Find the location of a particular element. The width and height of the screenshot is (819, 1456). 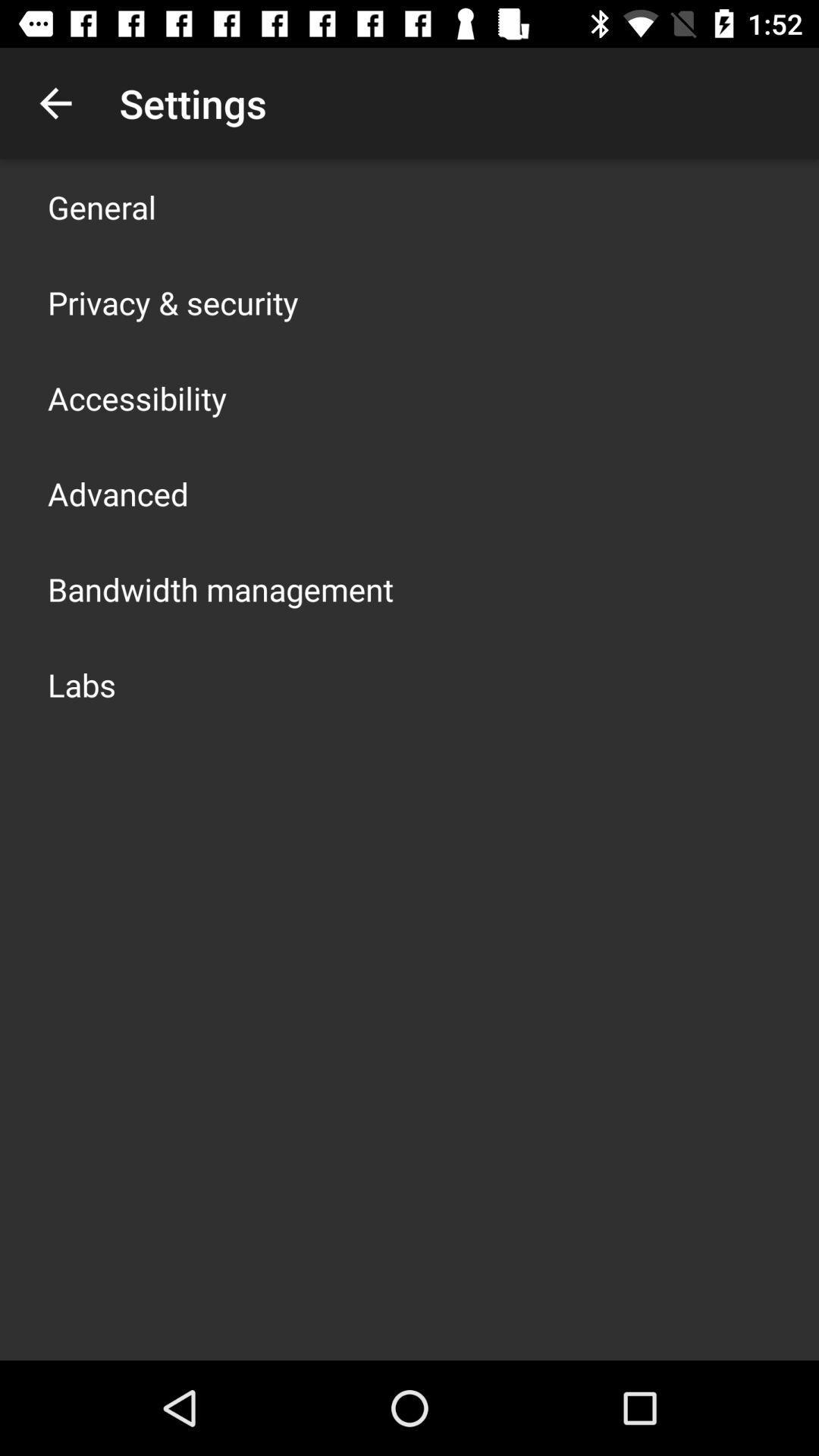

the app above the bandwidth management app is located at coordinates (117, 494).